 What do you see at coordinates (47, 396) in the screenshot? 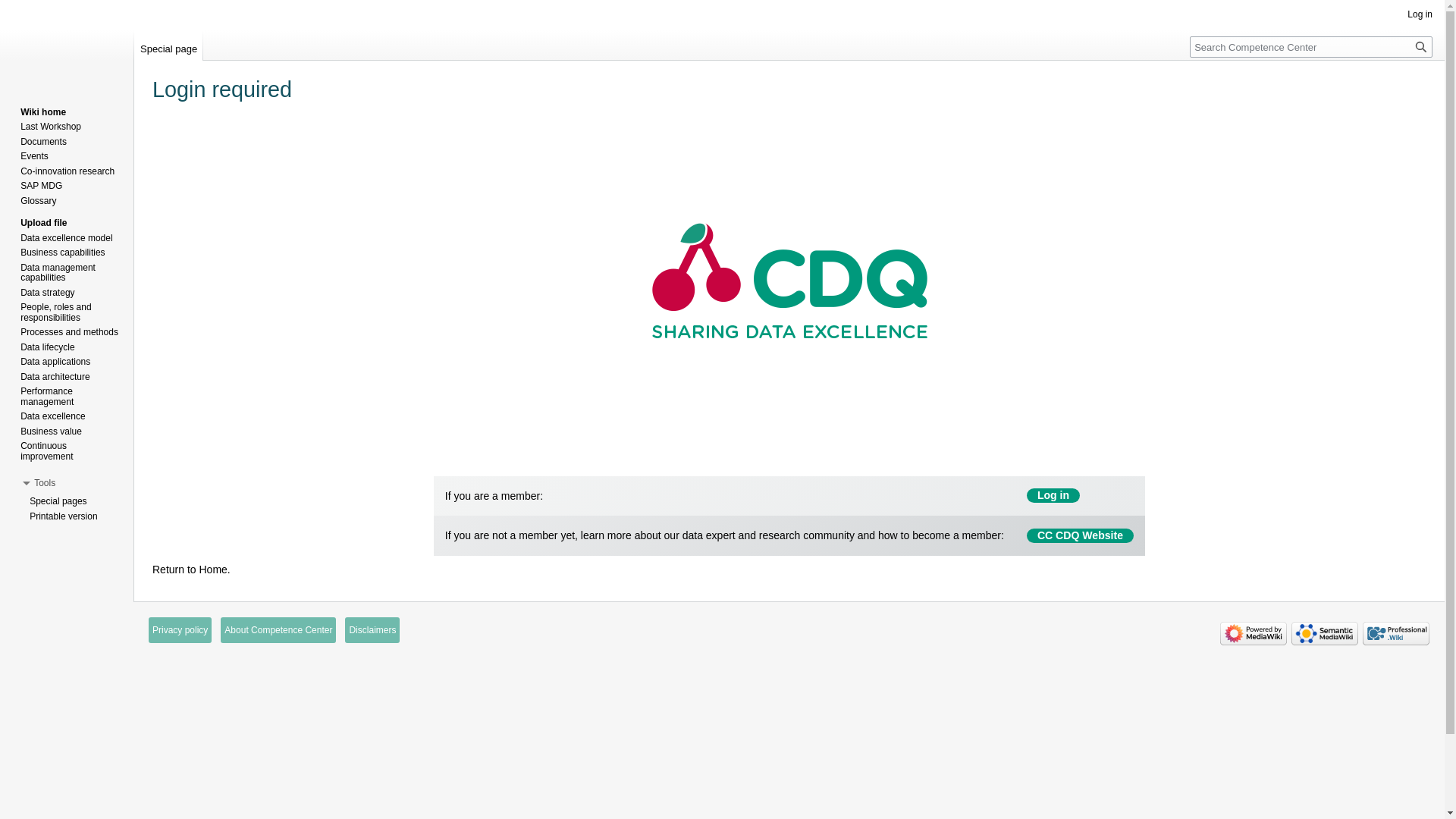
I see `'Performance management'` at bounding box center [47, 396].